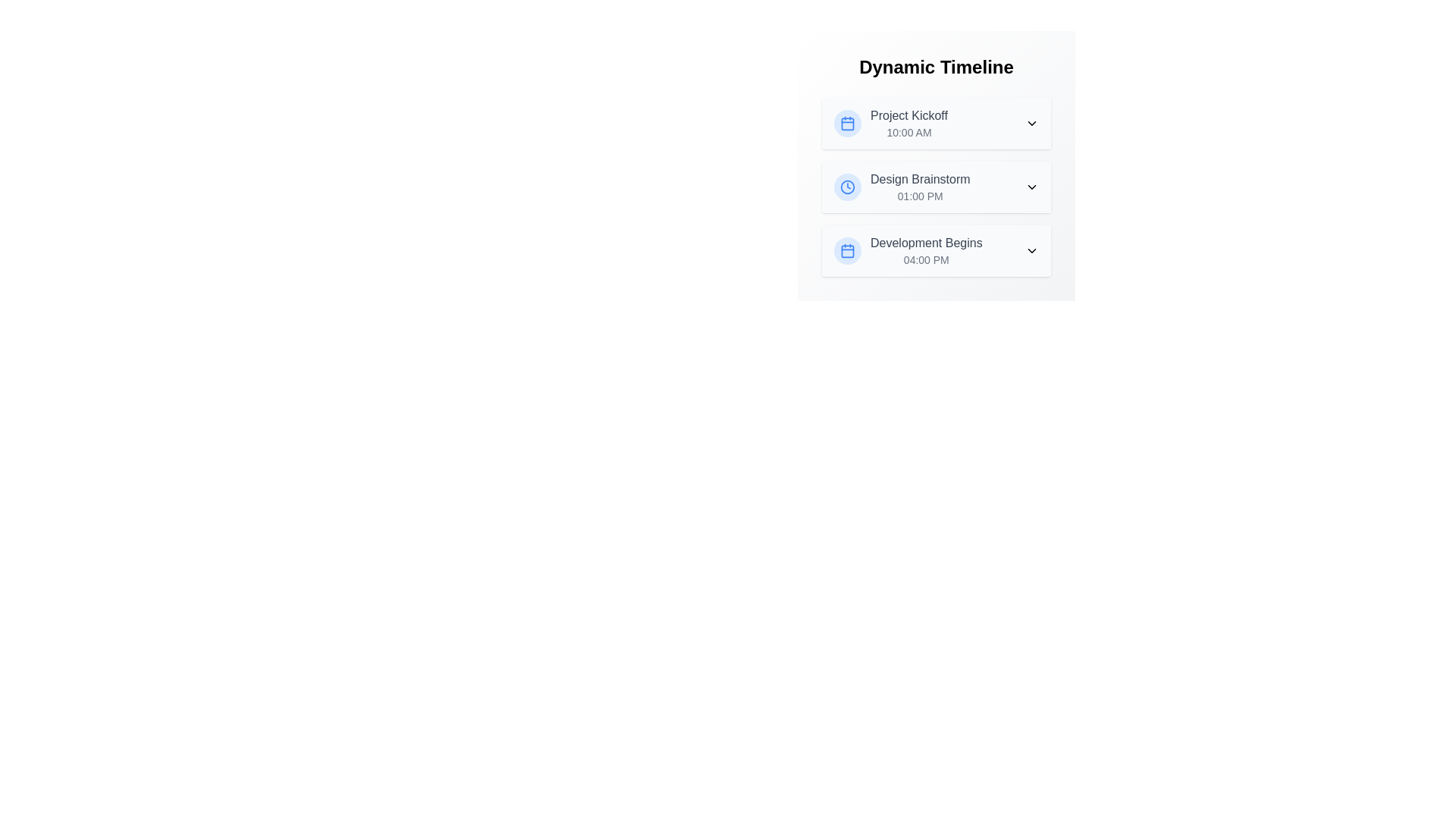 This screenshot has height=819, width=1456. Describe the element at coordinates (891, 122) in the screenshot. I see `the first event in the Dynamic Timeline section, titled 'Project Kickoff', which includes a calendar icon on its left` at that location.